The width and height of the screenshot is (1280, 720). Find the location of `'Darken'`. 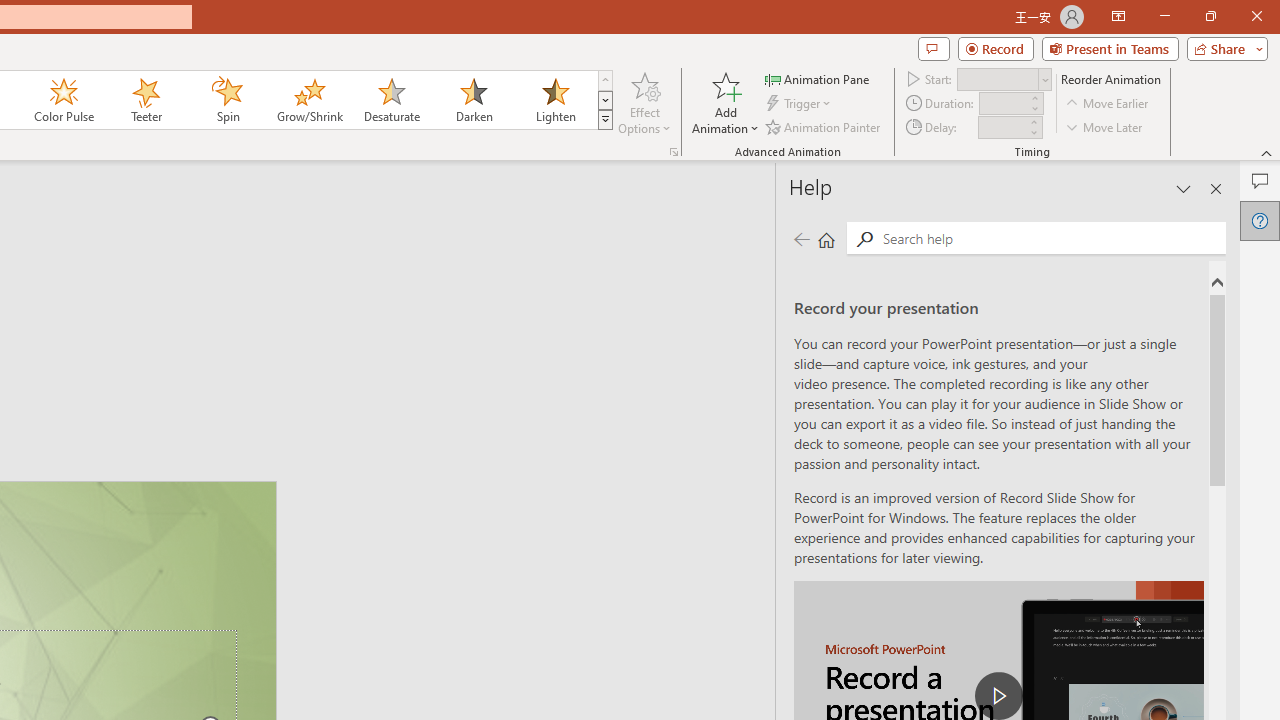

'Darken' is located at coordinates (472, 100).